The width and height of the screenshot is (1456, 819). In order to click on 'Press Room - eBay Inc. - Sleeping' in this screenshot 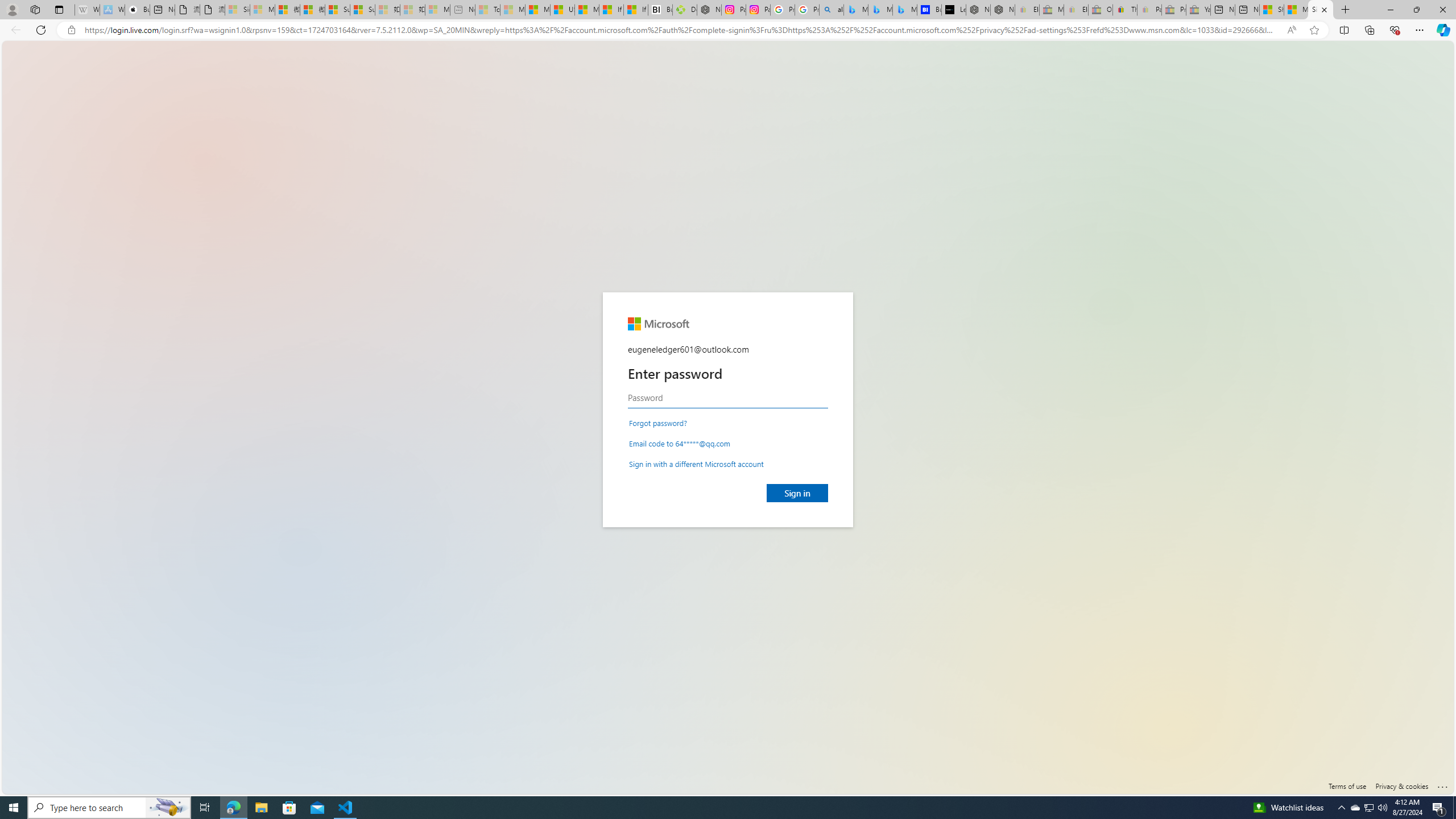, I will do `click(1173, 9)`.